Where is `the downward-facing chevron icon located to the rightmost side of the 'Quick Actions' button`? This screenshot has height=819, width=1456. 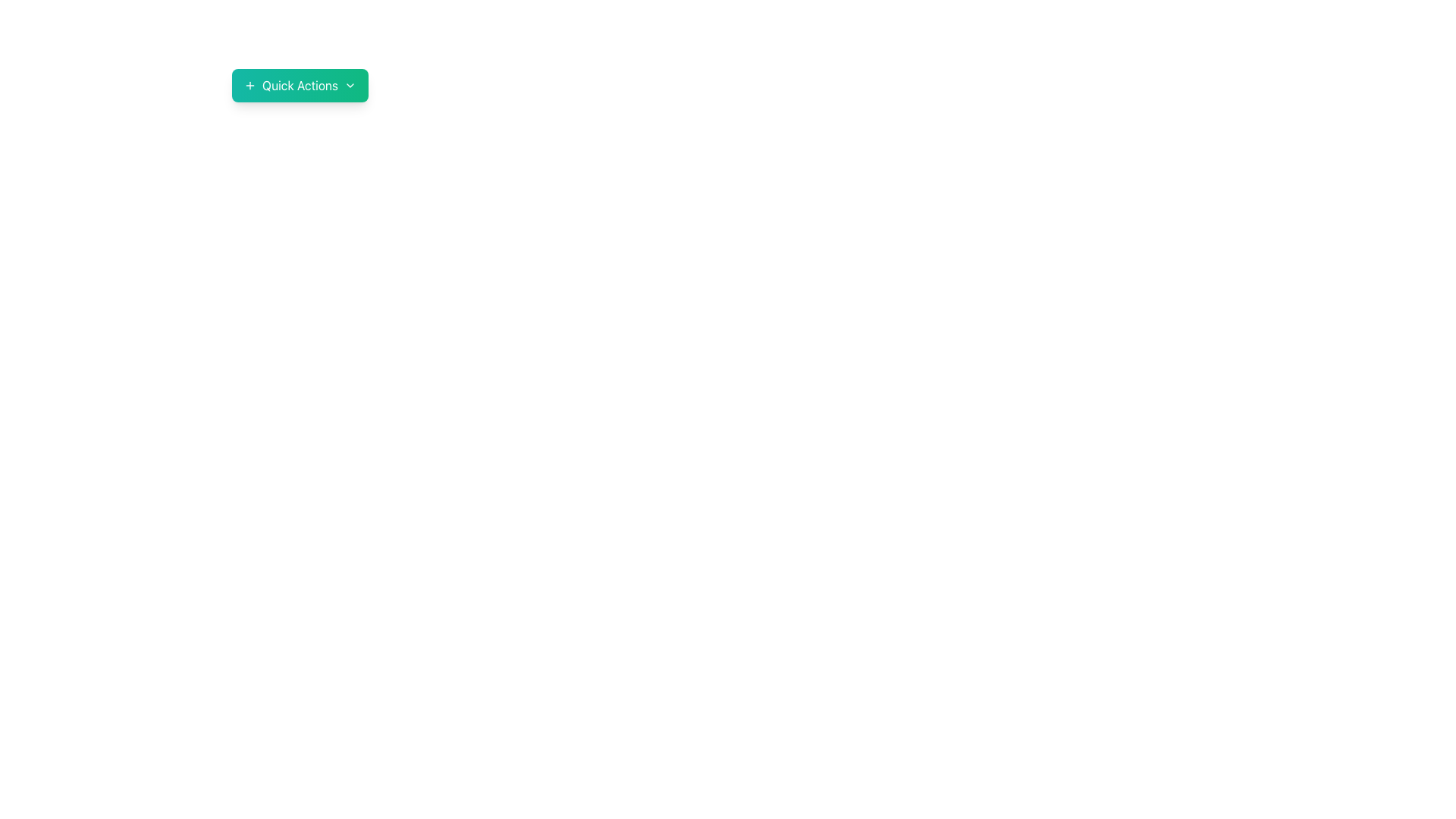 the downward-facing chevron icon located to the rightmost side of the 'Quick Actions' button is located at coordinates (350, 85).